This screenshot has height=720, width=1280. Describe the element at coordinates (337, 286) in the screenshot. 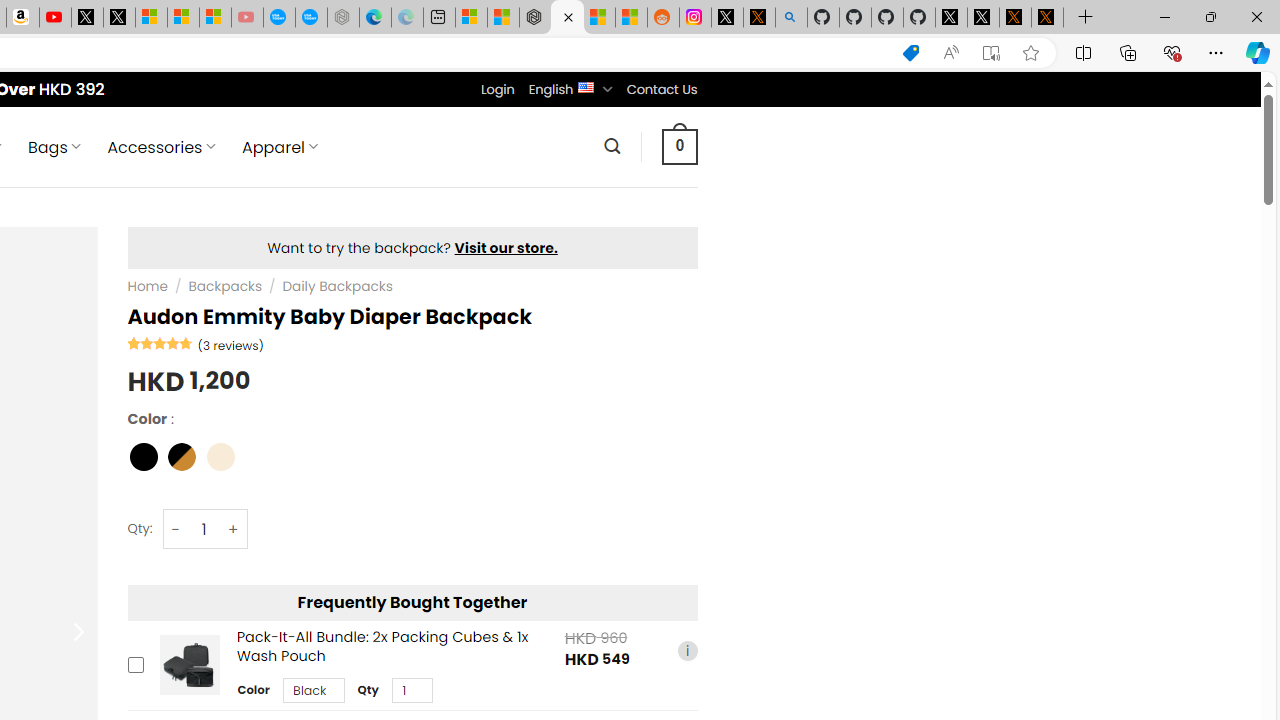

I see `'Daily Backpacks'` at that location.